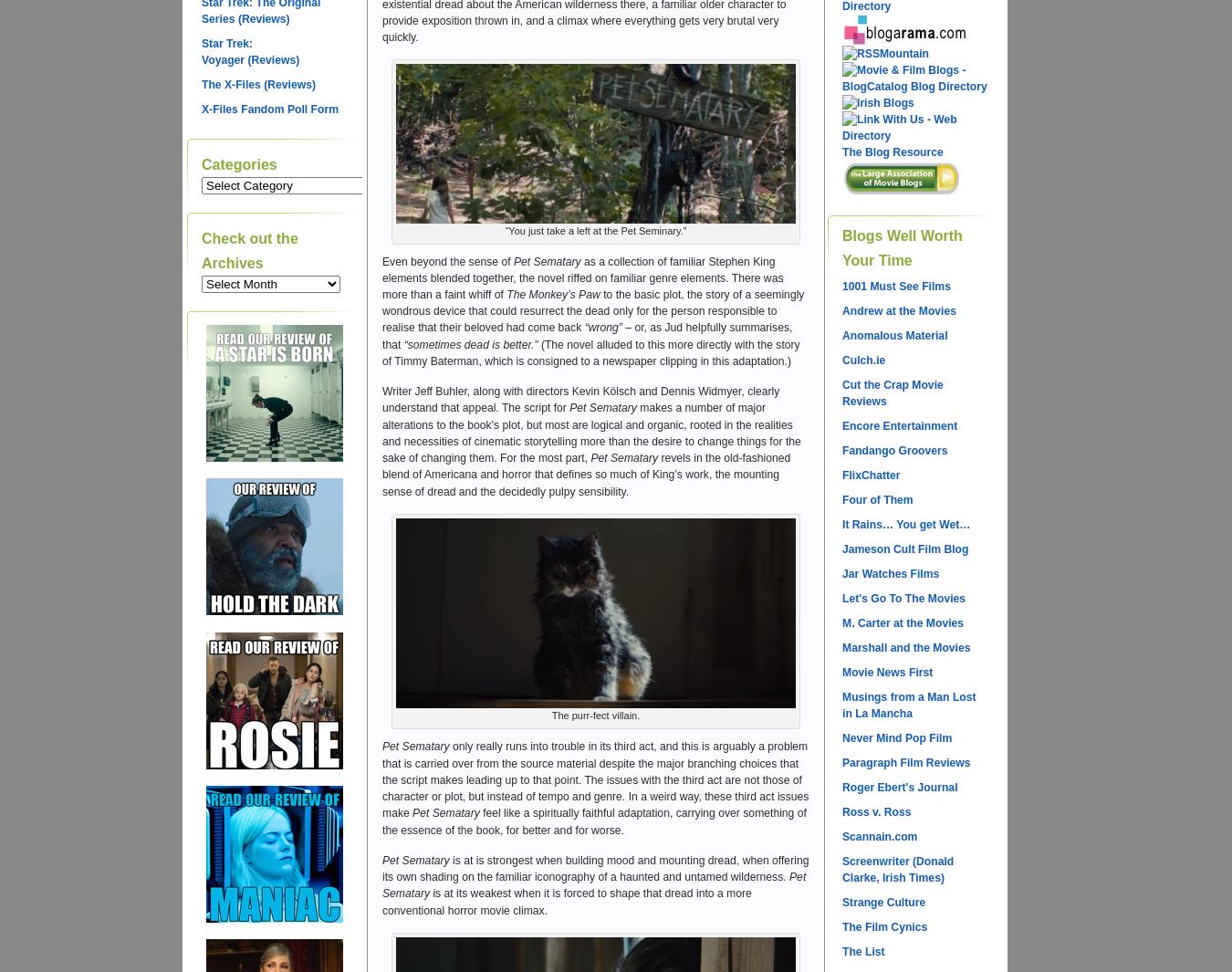 Image resolution: width=1232 pixels, height=972 pixels. What do you see at coordinates (580, 399) in the screenshot?
I see `'Writer Jeff Buhler, along with directors Kevin Kölsch and Dennis Widmyer, clearly understand that appeal. The script for'` at bounding box center [580, 399].